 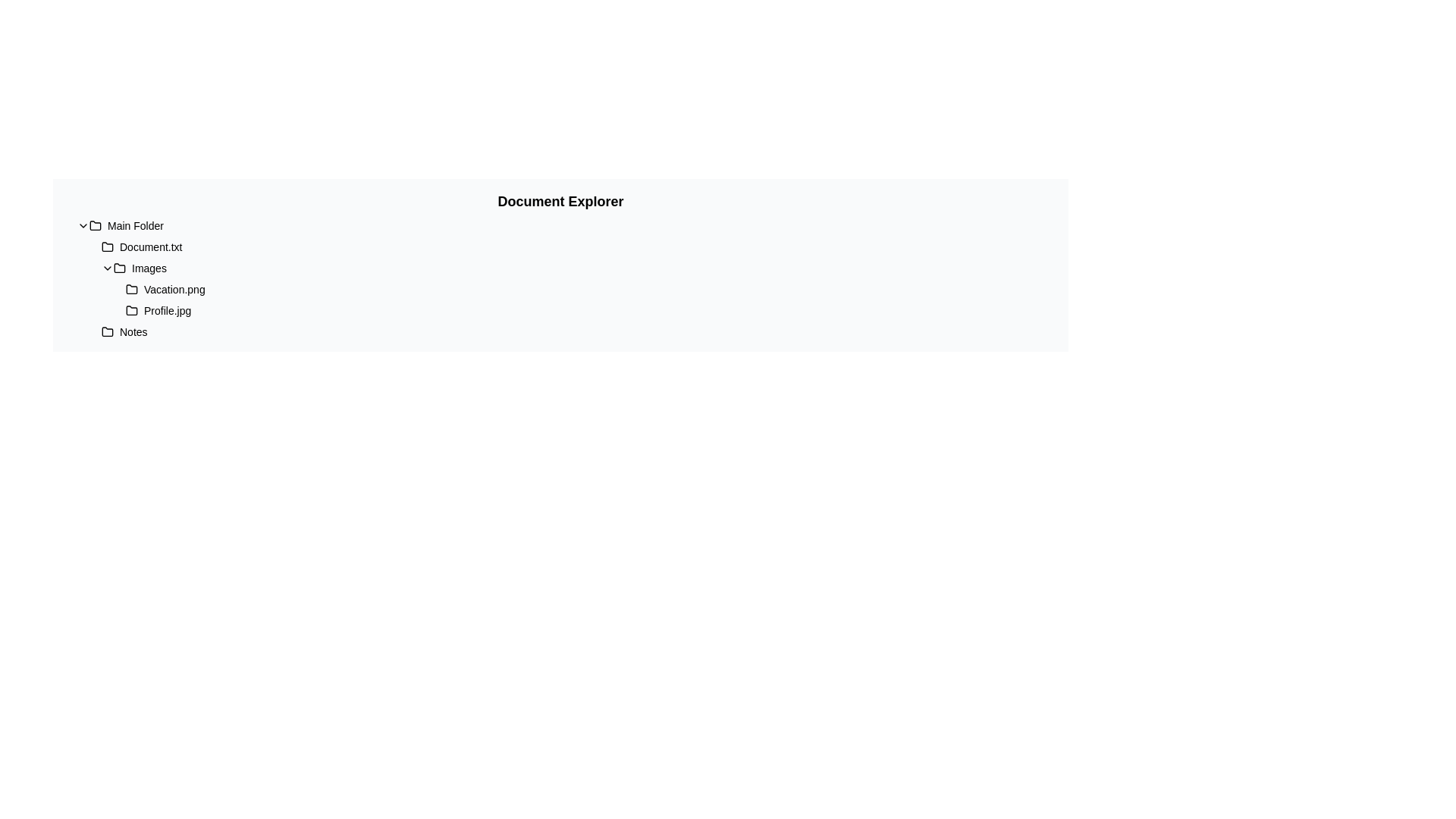 What do you see at coordinates (131, 289) in the screenshot?
I see `the decorative icon representing the folder associated with the text 'Vacation.png', which is located at the beginning of the horizontal row containing this text` at bounding box center [131, 289].